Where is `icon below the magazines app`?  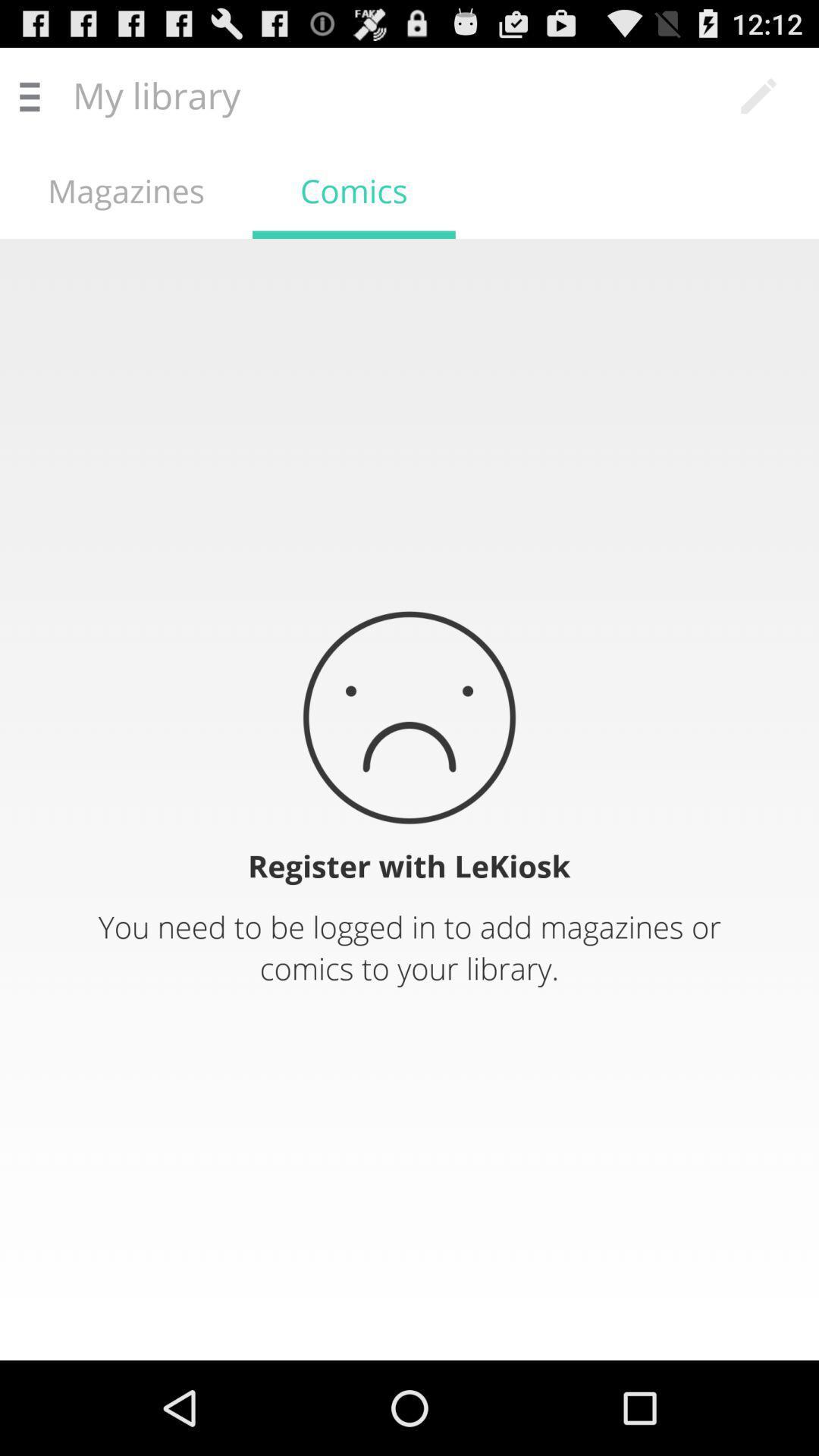
icon below the magazines app is located at coordinates (409, 799).